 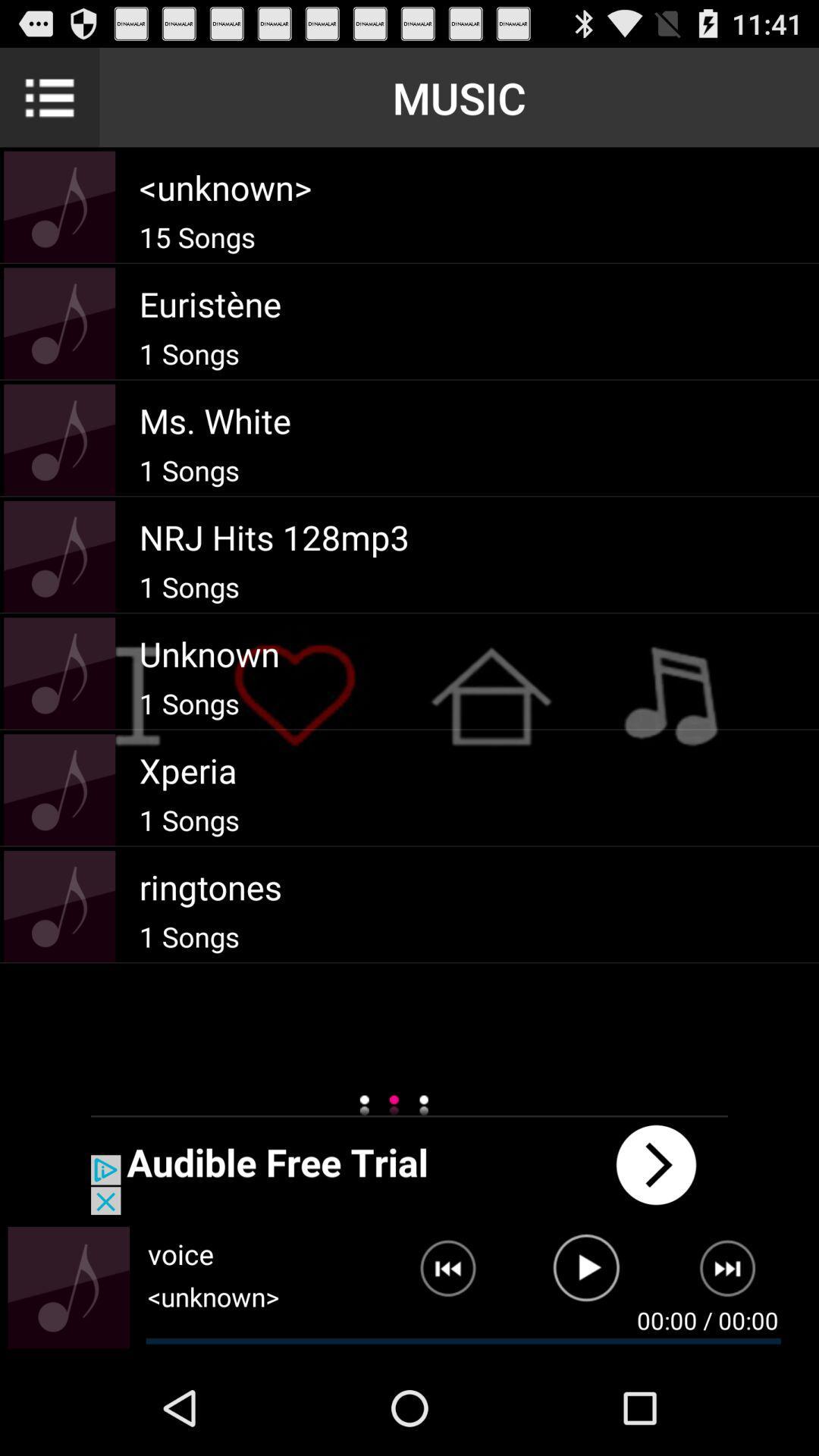 I want to click on the list icon, so click(x=49, y=103).